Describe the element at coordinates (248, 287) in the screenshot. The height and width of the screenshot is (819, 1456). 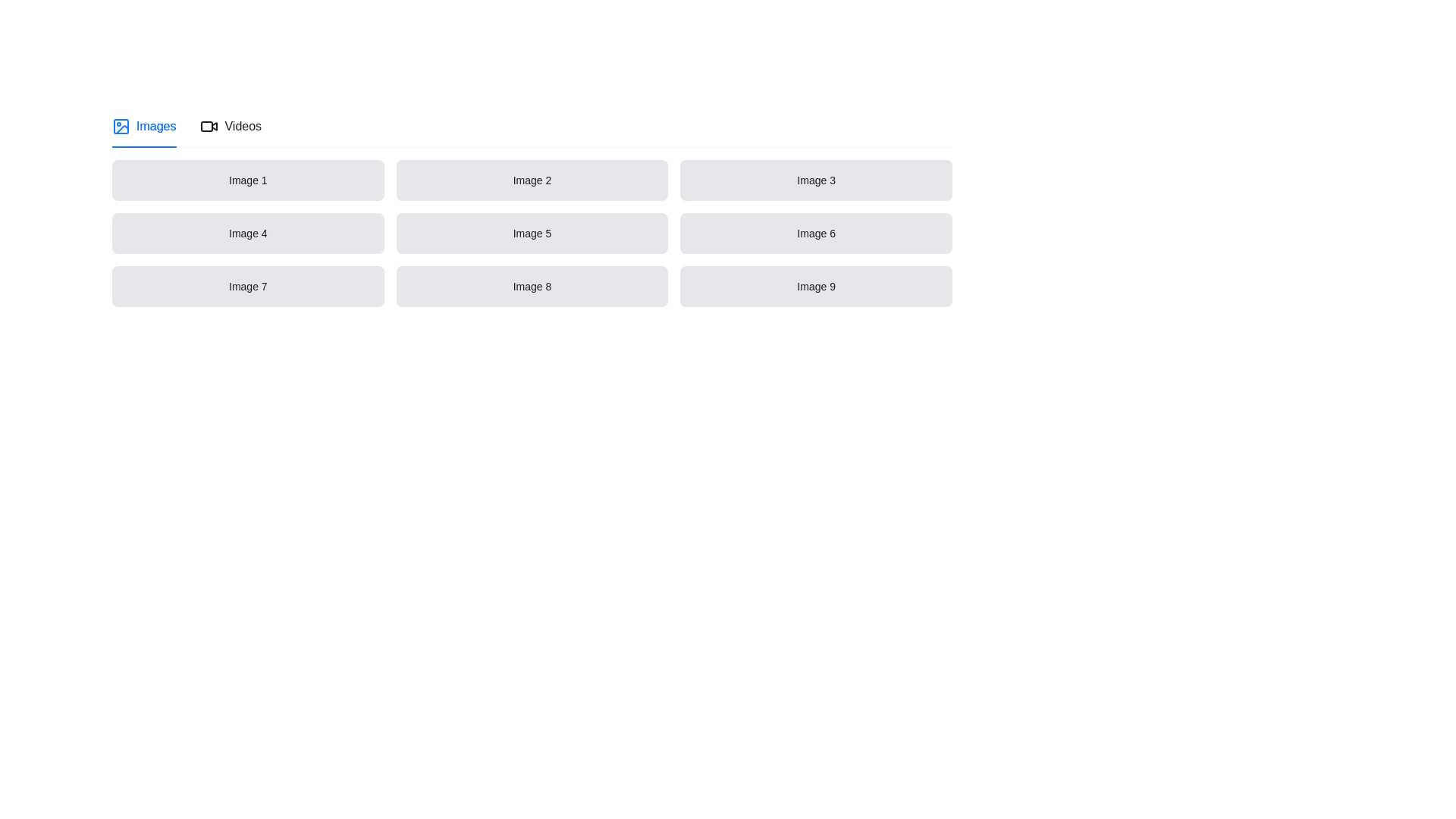
I see `the 'Image 7' text label located` at that location.